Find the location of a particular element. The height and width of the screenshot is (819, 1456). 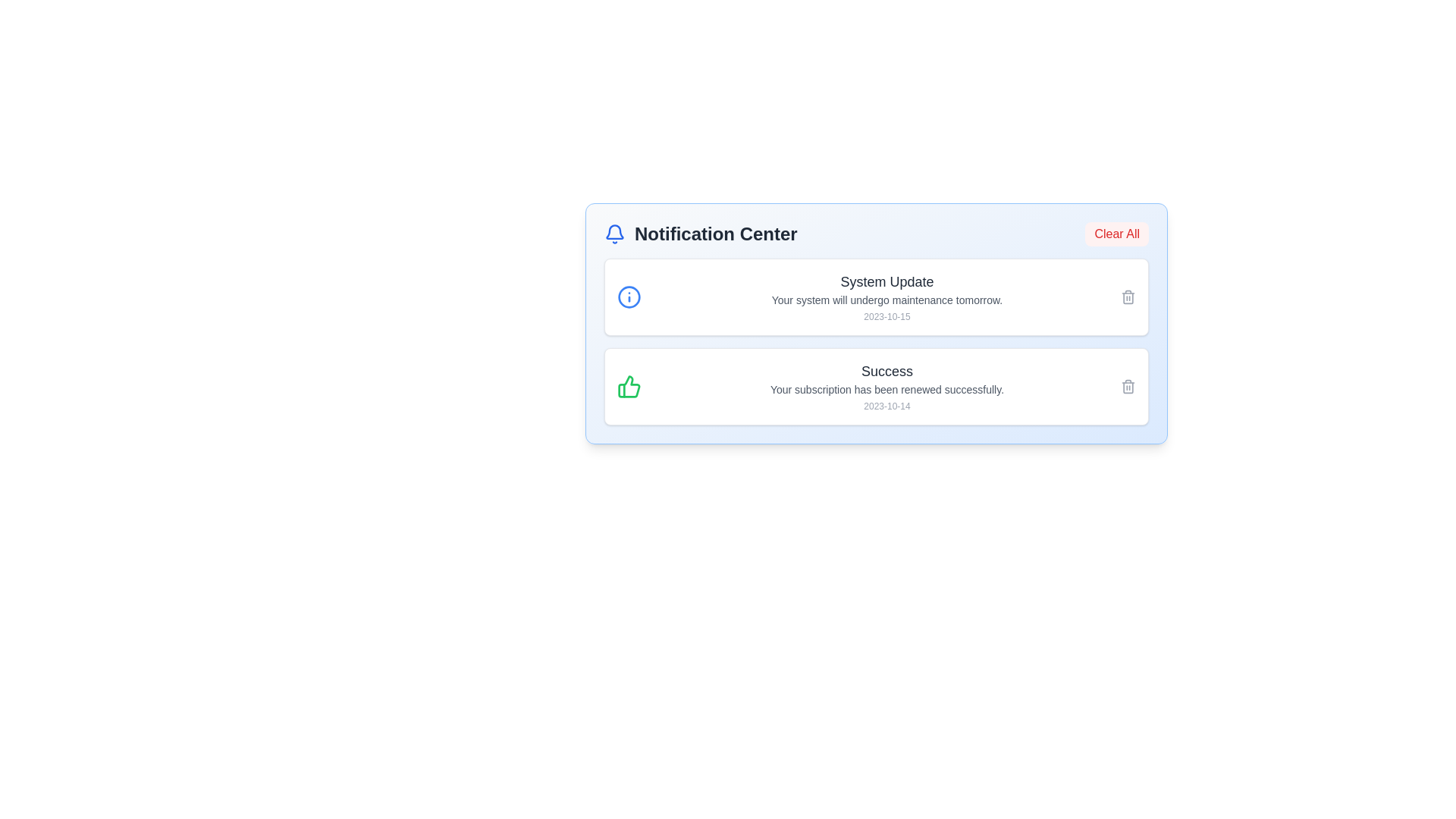

the bell area of the notification icon, which is part of the Notification Center header section, located to the left of the Notification Center text label is located at coordinates (615, 232).